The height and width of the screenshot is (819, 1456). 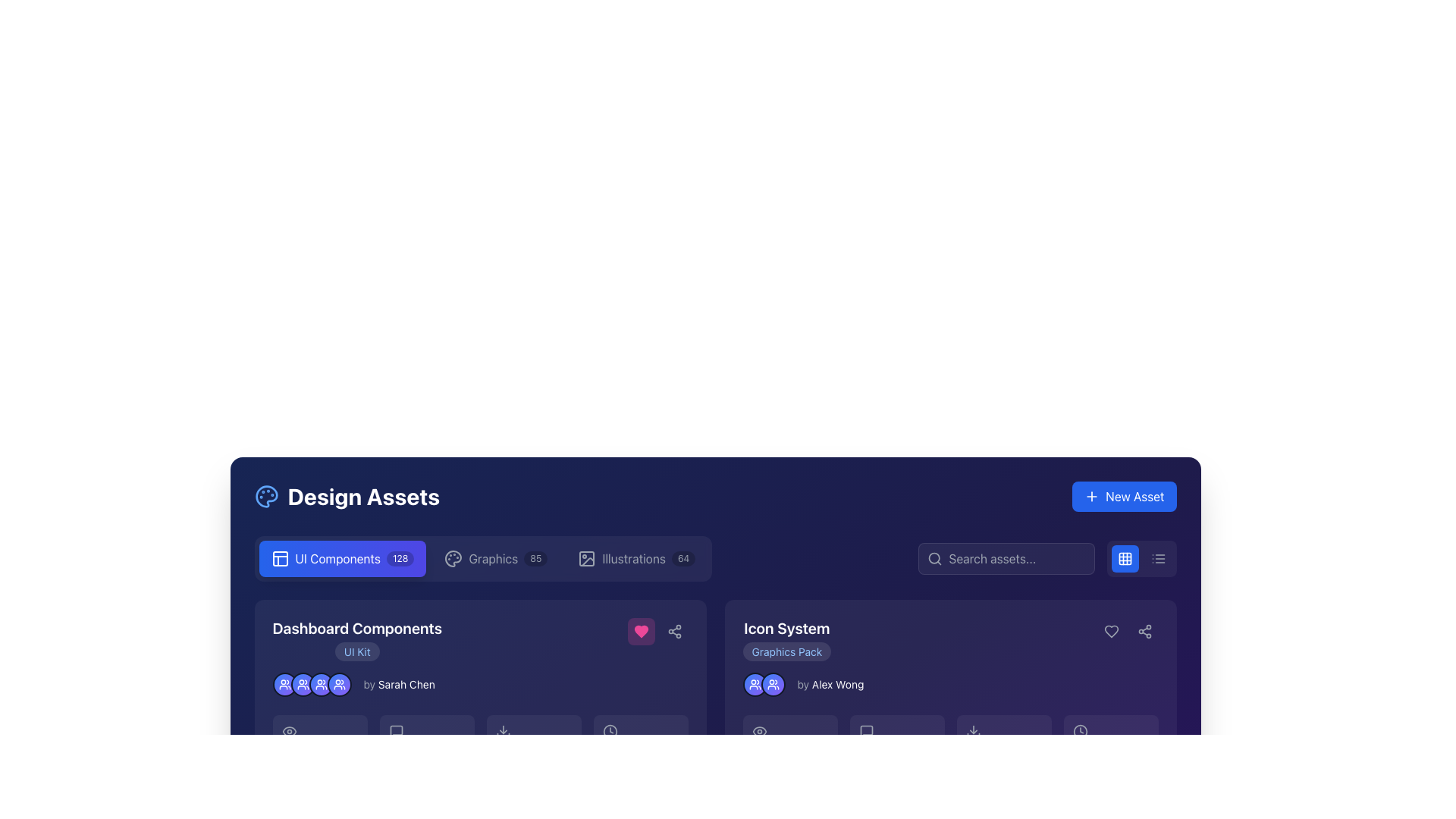 I want to click on SVG Circle element that forms the boundary of the clock icon located at the bottom right of the 'Dashboard Components' section, so click(x=610, y=730).